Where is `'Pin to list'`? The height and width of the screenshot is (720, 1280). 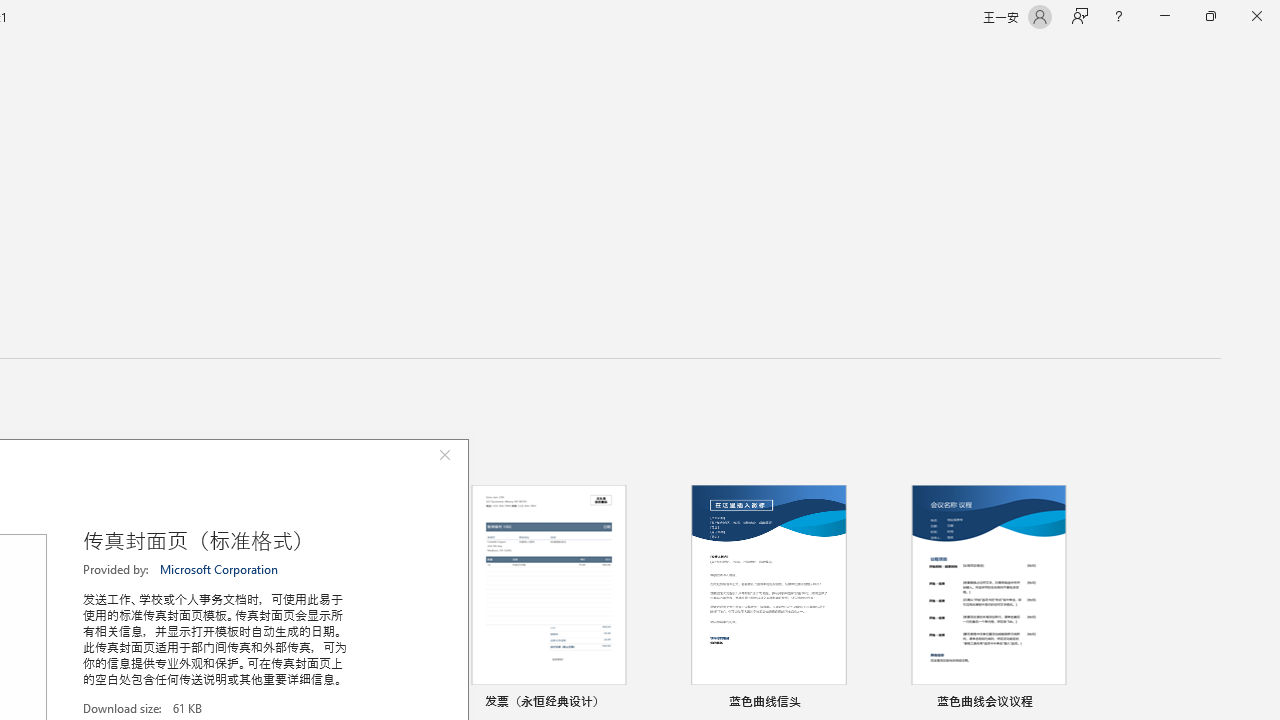
'Pin to list' is located at coordinates (1074, 702).